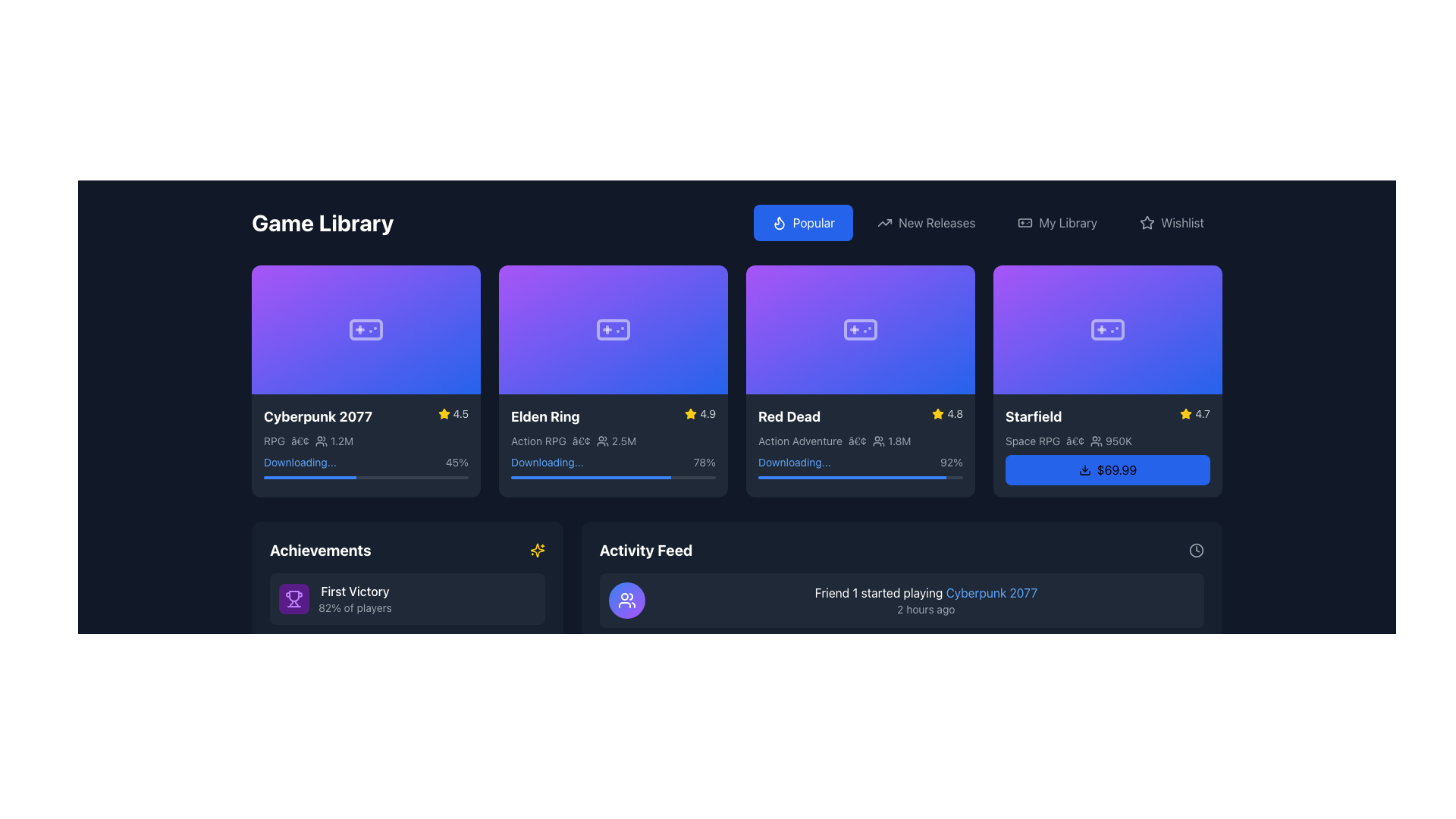  Describe the element at coordinates (802, 222) in the screenshot. I see `the 'Popular' button, which is a rectangular button with rounded corners, featuring a blue background and white text, located in the top navigation bar` at that location.